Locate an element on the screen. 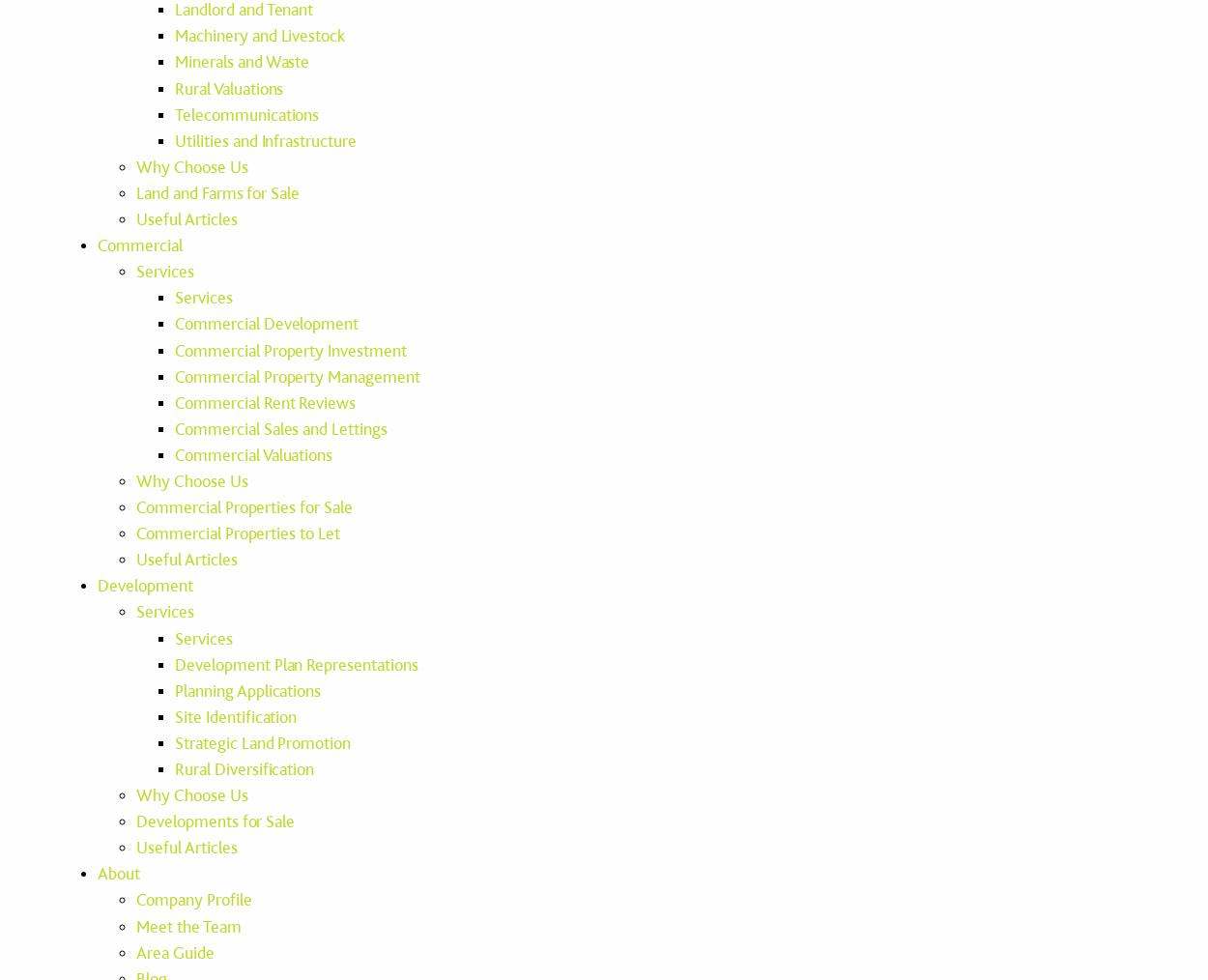  'Company Profile' is located at coordinates (192, 900).